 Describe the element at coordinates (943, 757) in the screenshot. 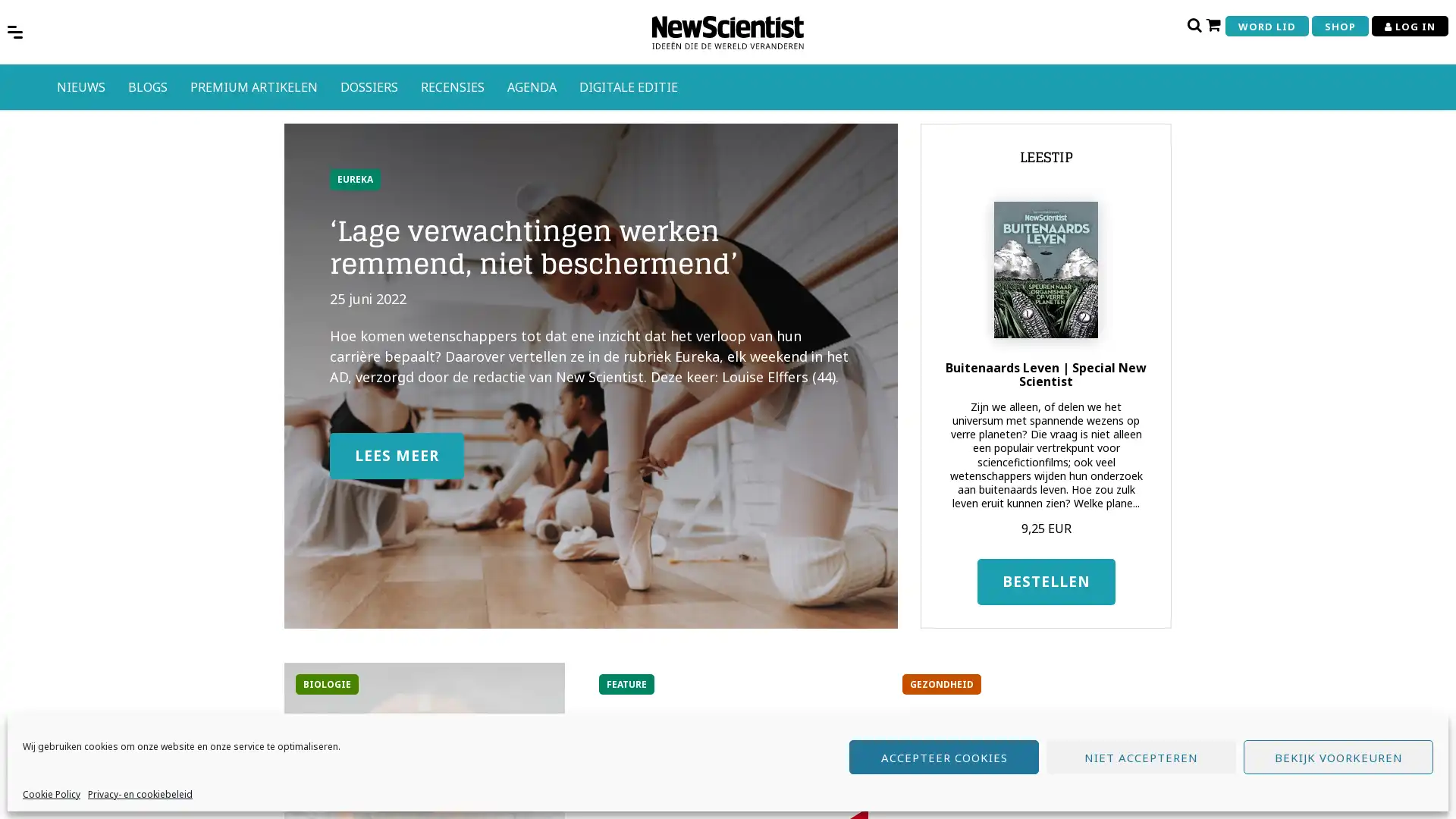

I see `ACCEPTEER COOKIES` at that location.